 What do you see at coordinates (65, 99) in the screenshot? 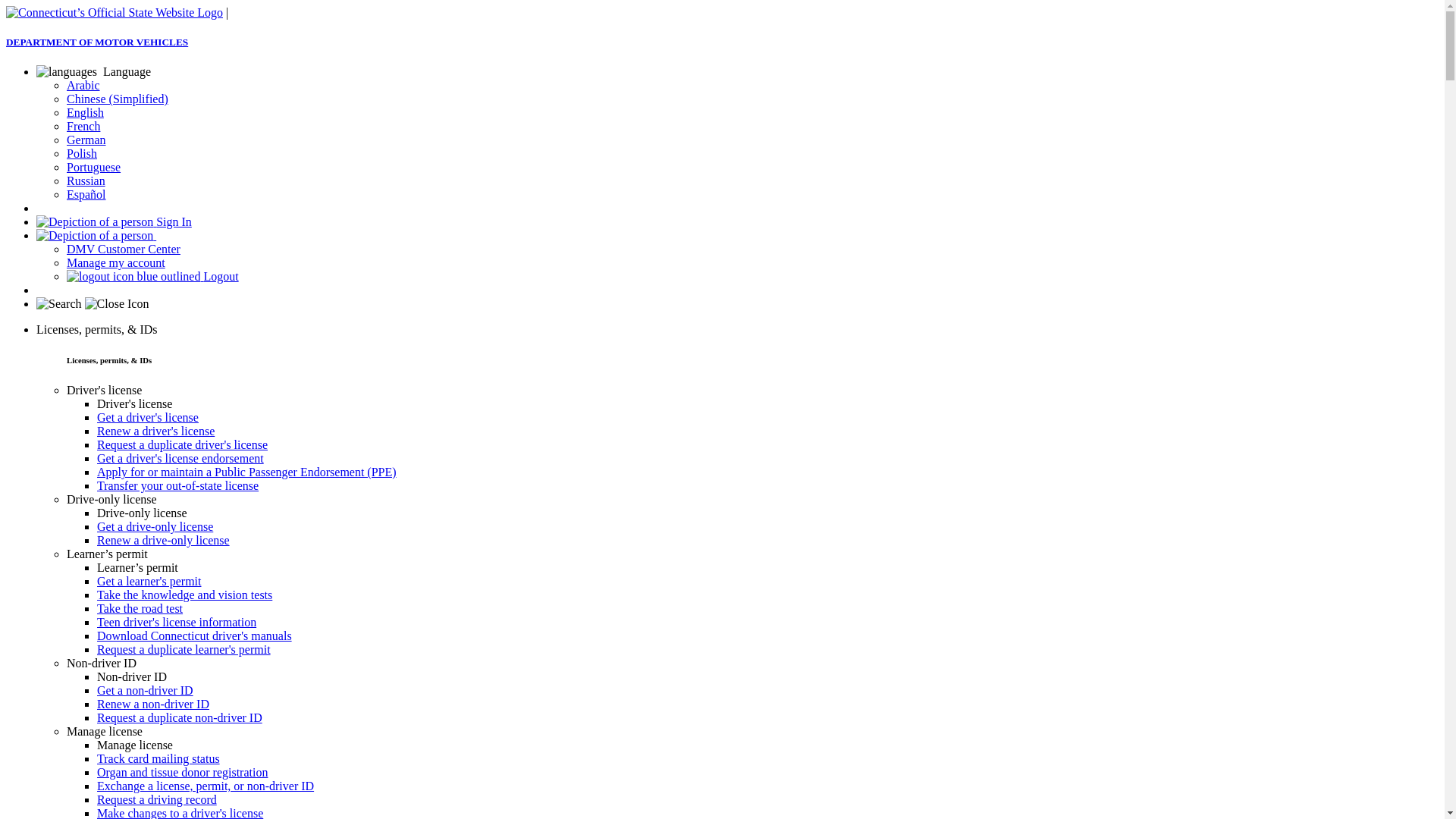
I see `'Chinese (Simplified)'` at bounding box center [65, 99].